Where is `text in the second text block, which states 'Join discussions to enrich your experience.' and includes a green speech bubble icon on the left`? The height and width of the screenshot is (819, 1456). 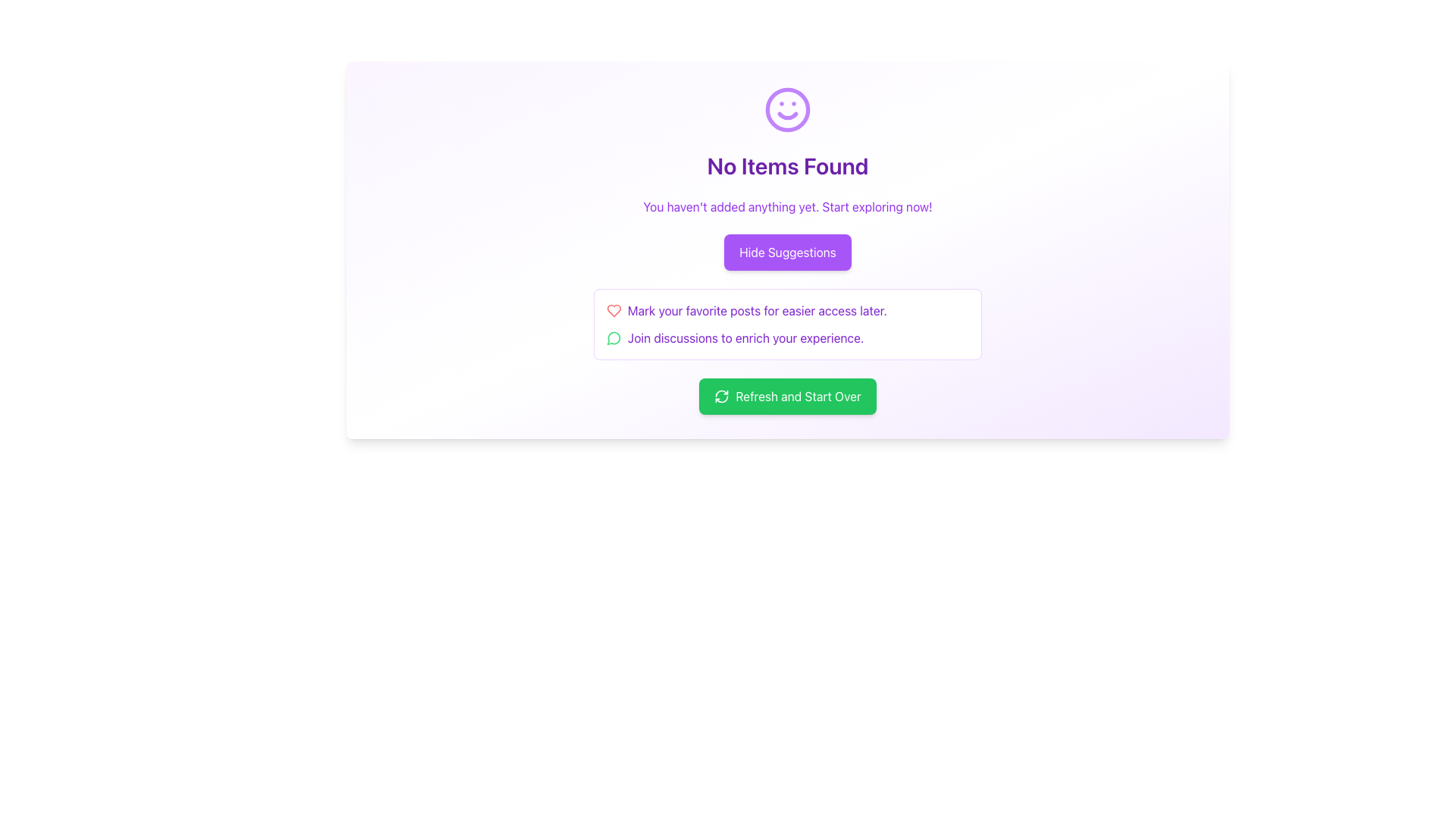
text in the second text block, which states 'Join discussions to enrich your experience.' and includes a green speech bubble icon on the left is located at coordinates (787, 337).